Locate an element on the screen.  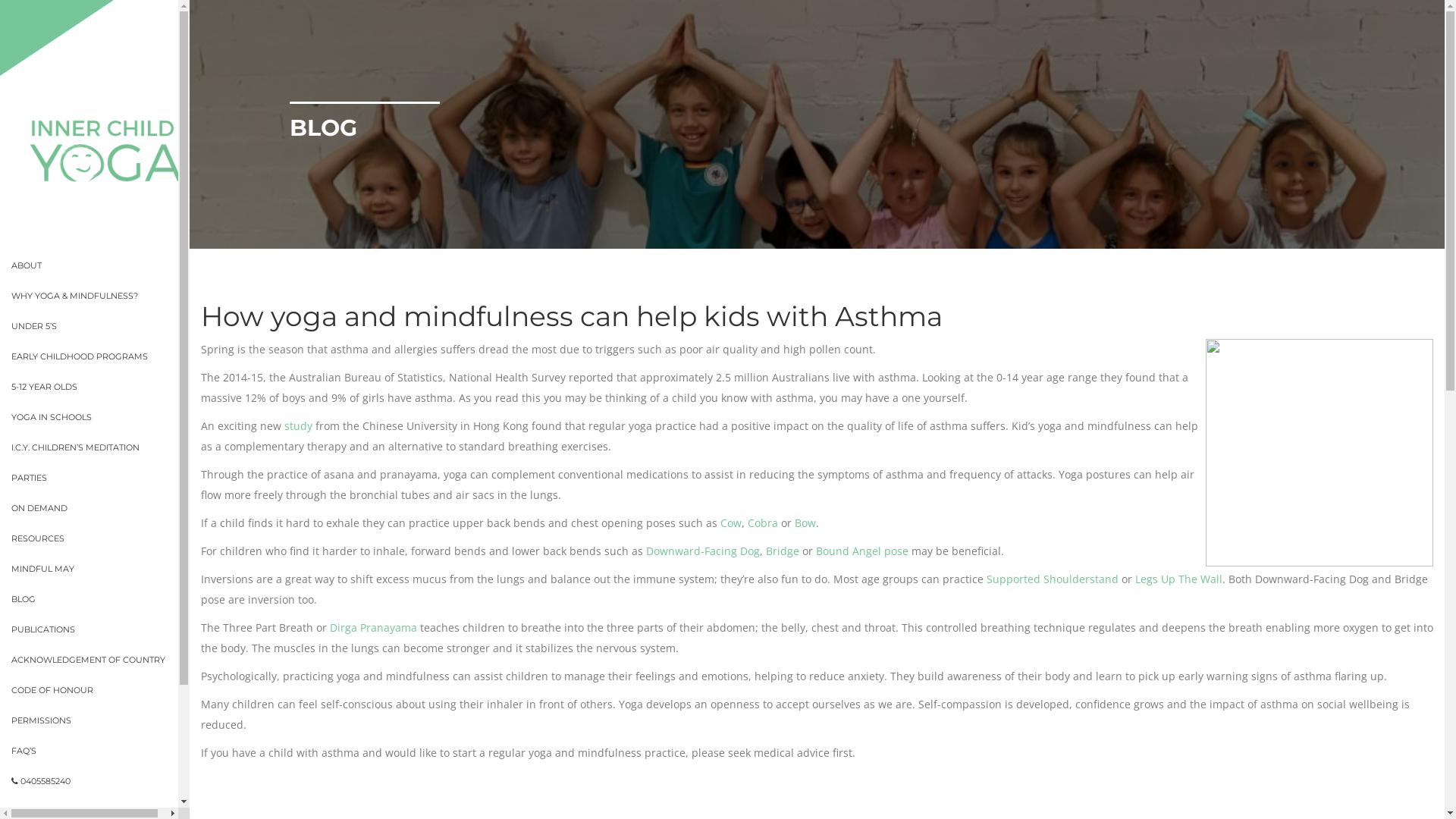
'Bridge' is located at coordinates (783, 551).